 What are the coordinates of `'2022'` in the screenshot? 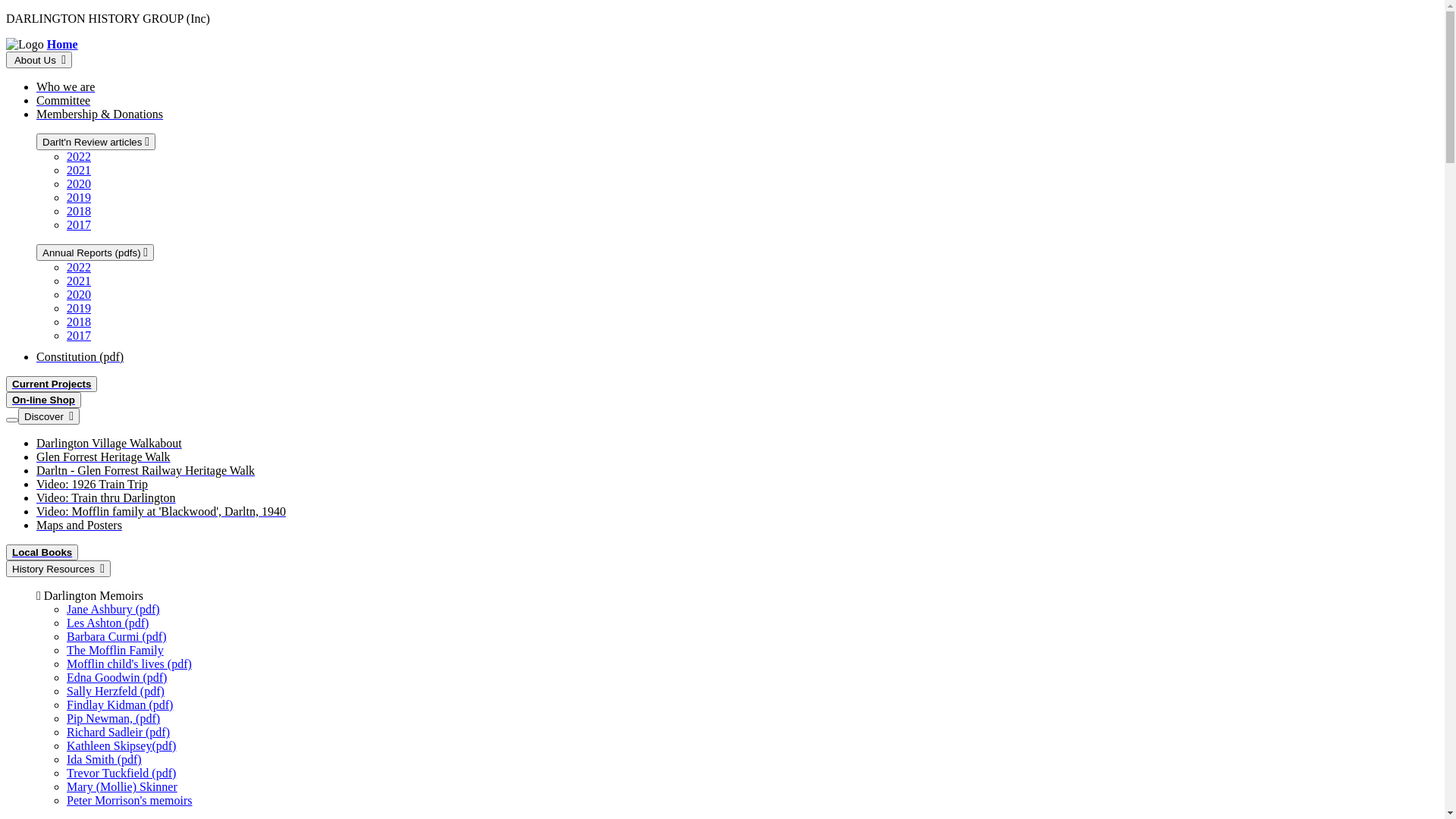 It's located at (78, 156).